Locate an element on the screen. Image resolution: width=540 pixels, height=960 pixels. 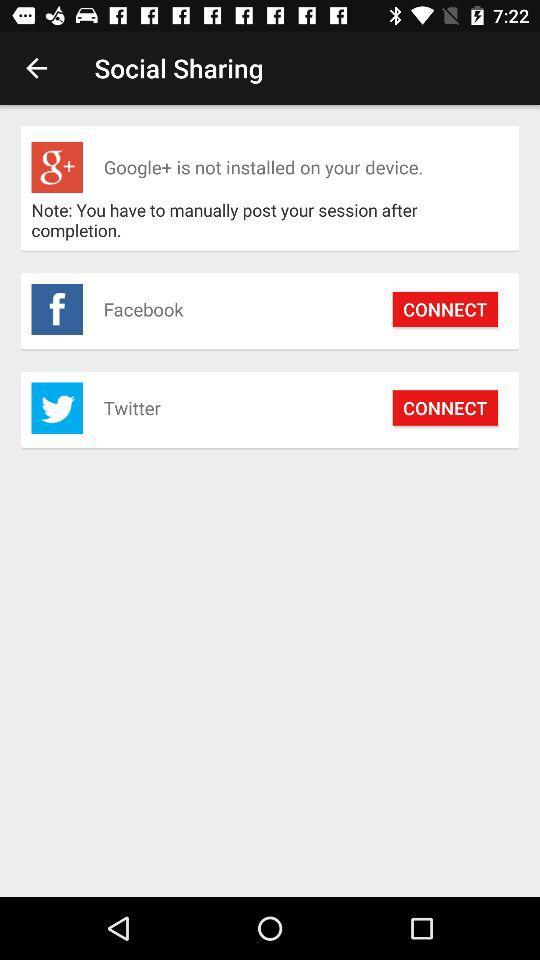
icon next to the social sharing item is located at coordinates (36, 68).